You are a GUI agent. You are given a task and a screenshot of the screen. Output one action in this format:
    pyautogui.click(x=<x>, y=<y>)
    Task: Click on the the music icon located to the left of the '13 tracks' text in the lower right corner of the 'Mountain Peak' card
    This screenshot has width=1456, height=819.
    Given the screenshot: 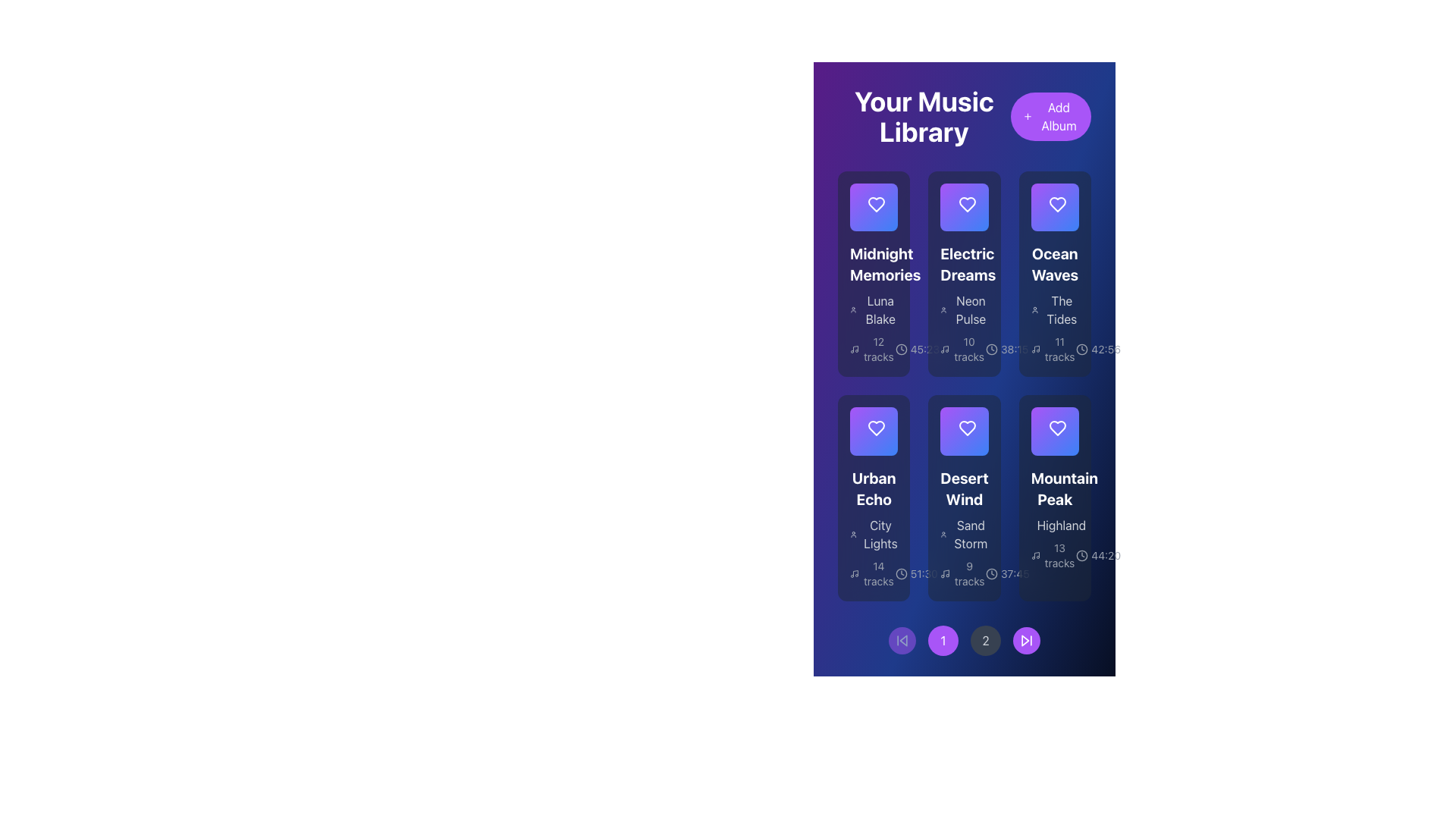 What is the action you would take?
    pyautogui.click(x=1034, y=555)
    